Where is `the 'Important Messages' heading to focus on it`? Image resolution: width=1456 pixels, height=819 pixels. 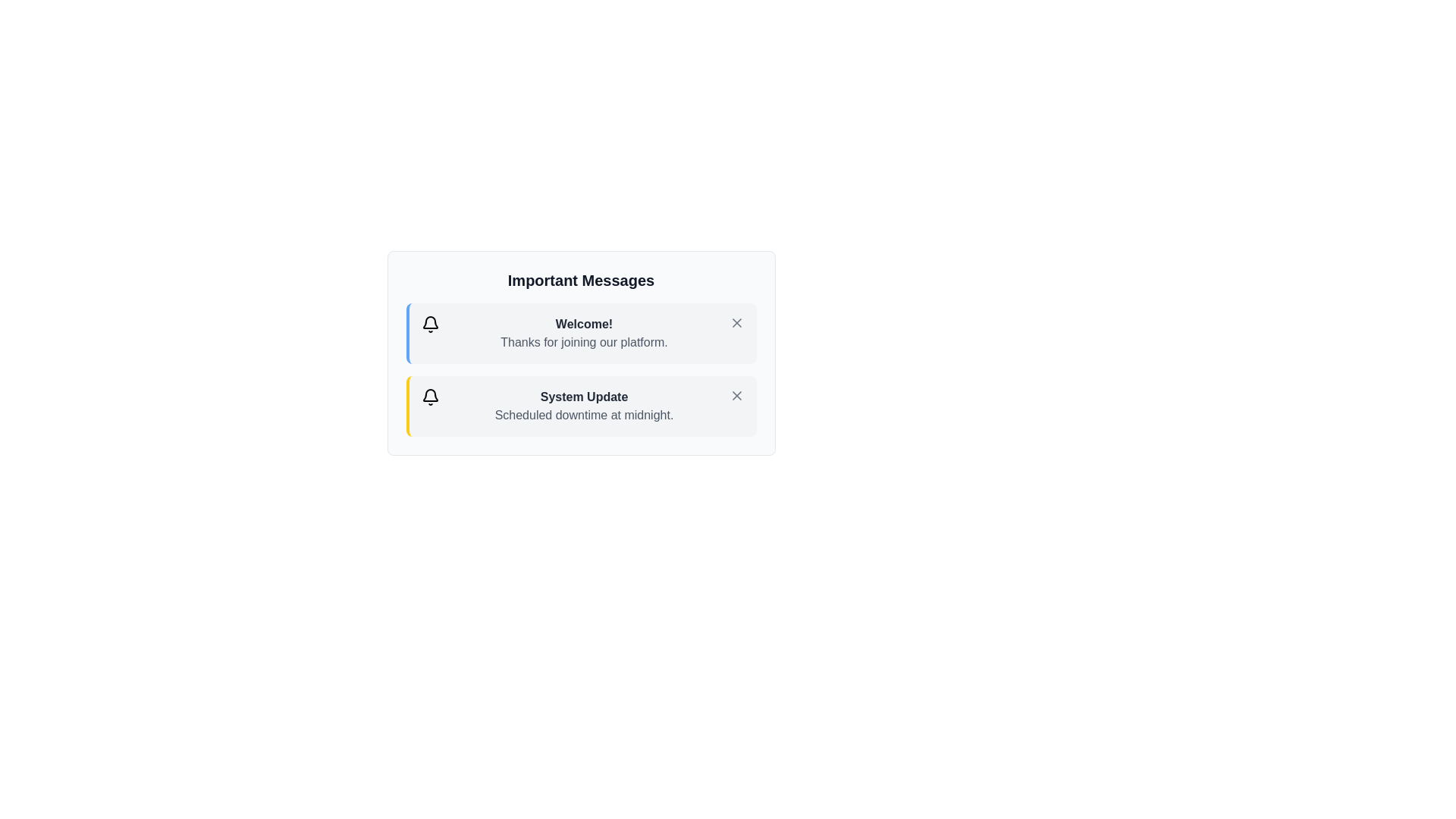
the 'Important Messages' heading to focus on it is located at coordinates (580, 281).